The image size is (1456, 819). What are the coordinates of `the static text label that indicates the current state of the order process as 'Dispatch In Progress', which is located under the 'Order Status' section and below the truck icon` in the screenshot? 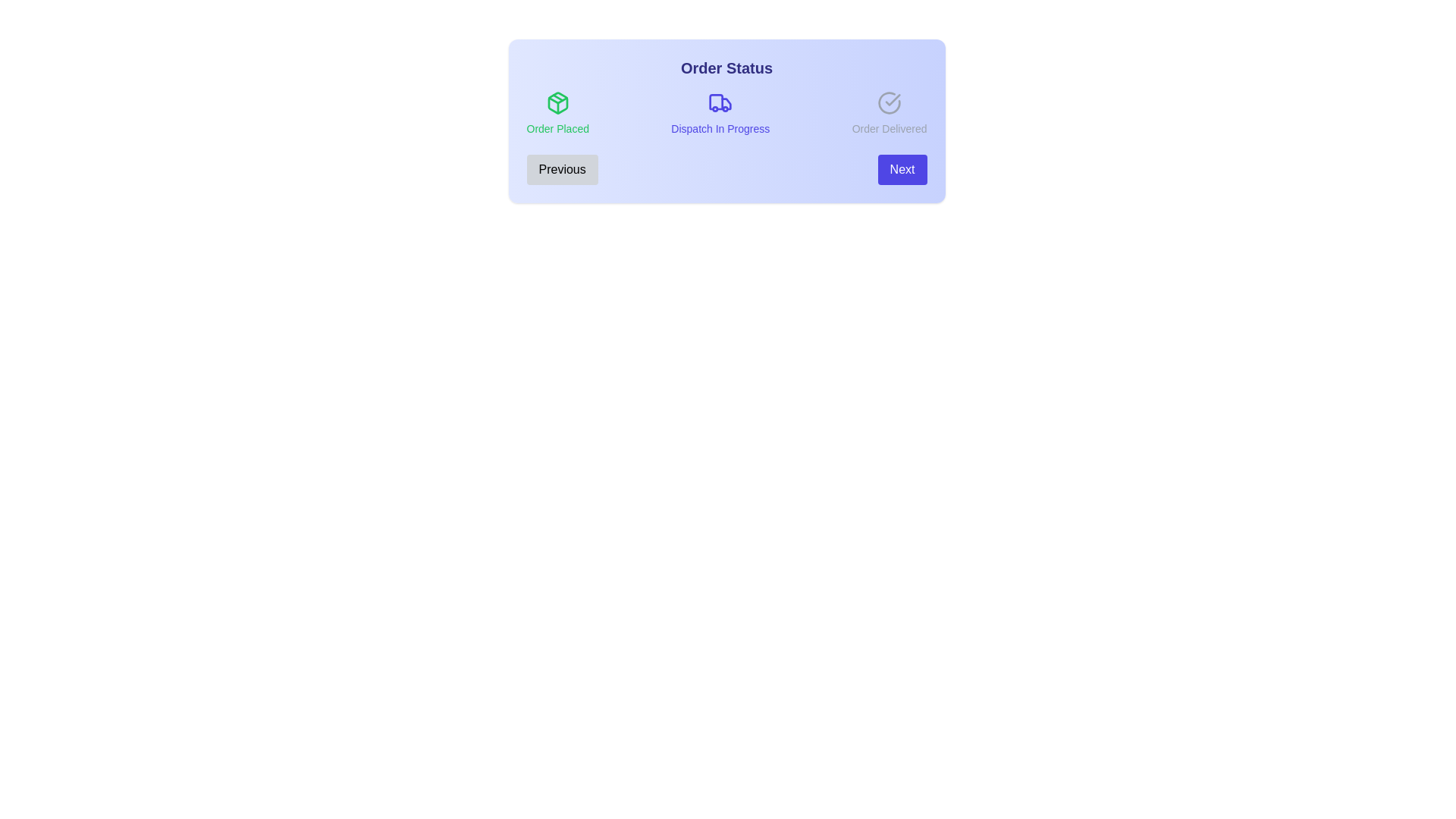 It's located at (720, 127).